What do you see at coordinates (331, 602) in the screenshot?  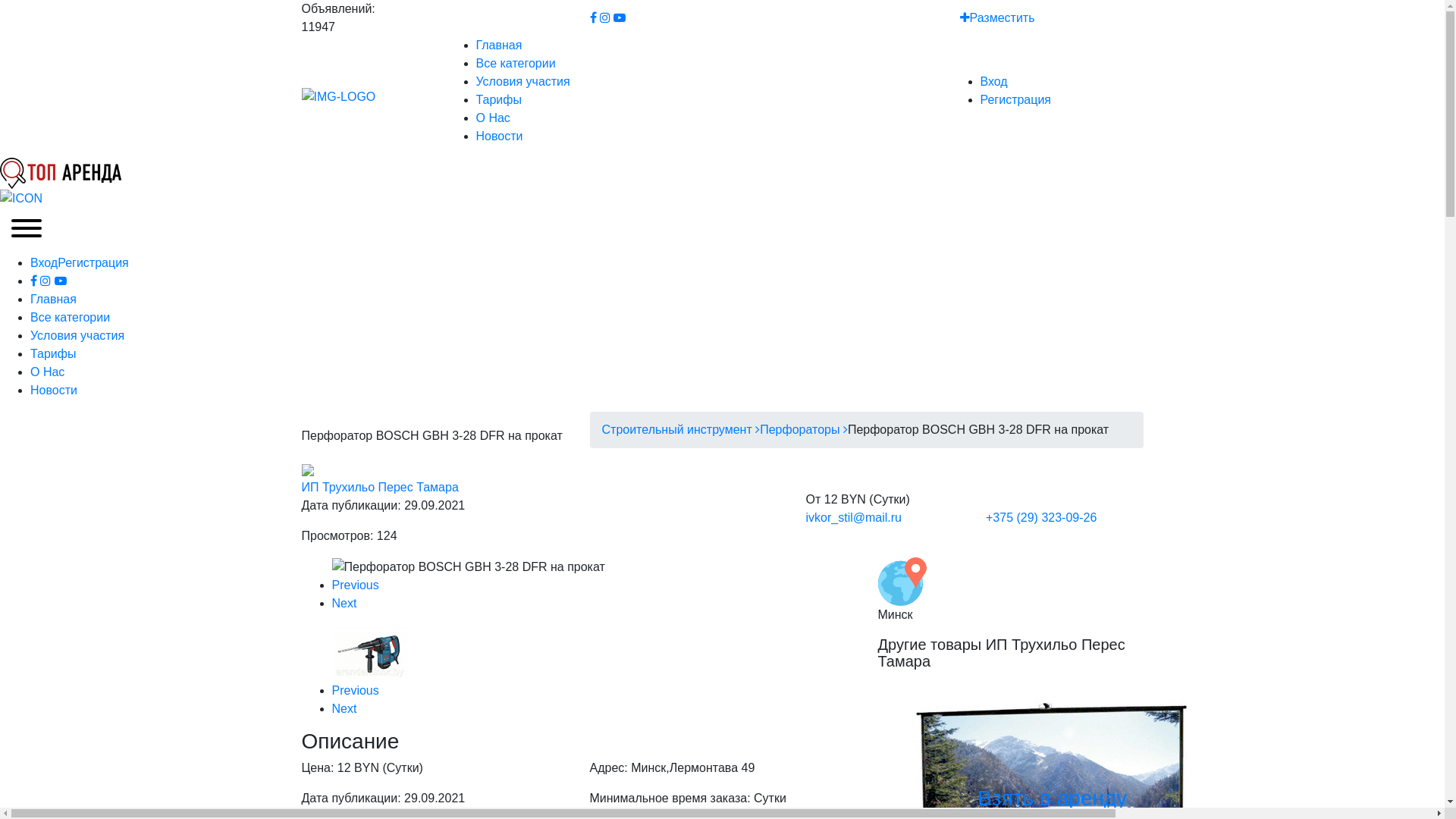 I see `'Next'` at bounding box center [331, 602].